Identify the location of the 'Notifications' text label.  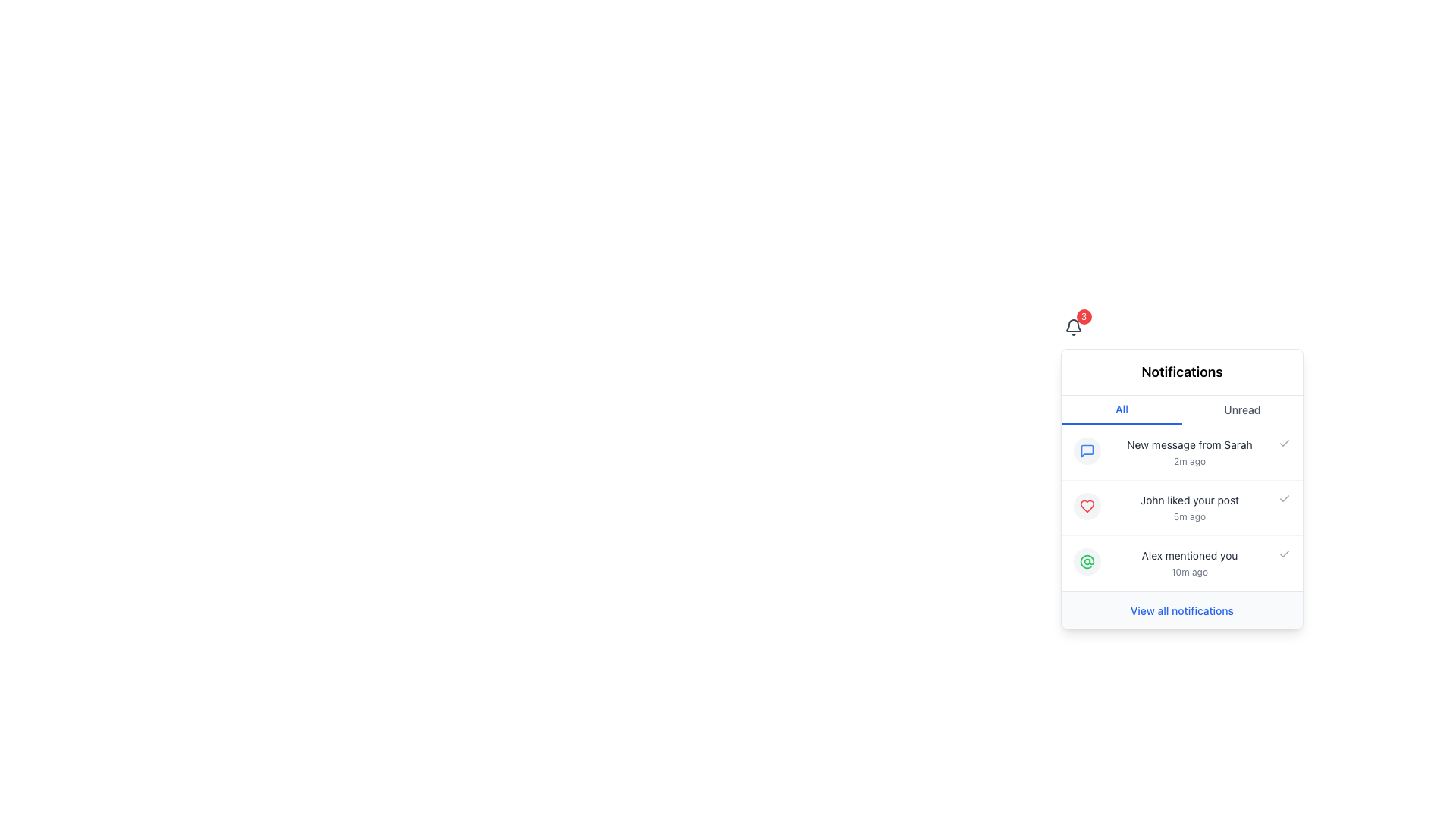
(1181, 372).